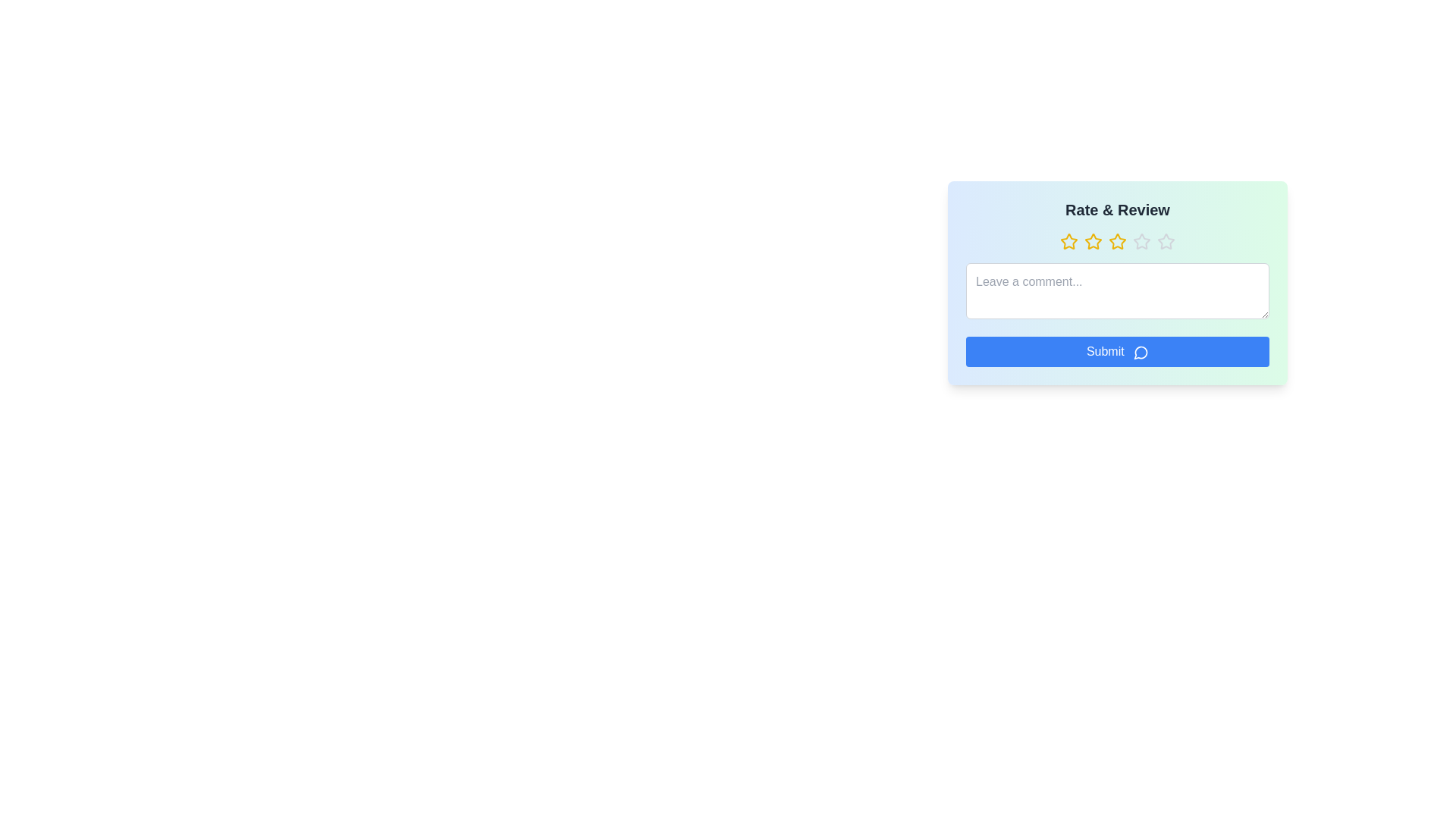  What do you see at coordinates (1068, 241) in the screenshot?
I see `the star corresponding to the desired rating value 1` at bounding box center [1068, 241].